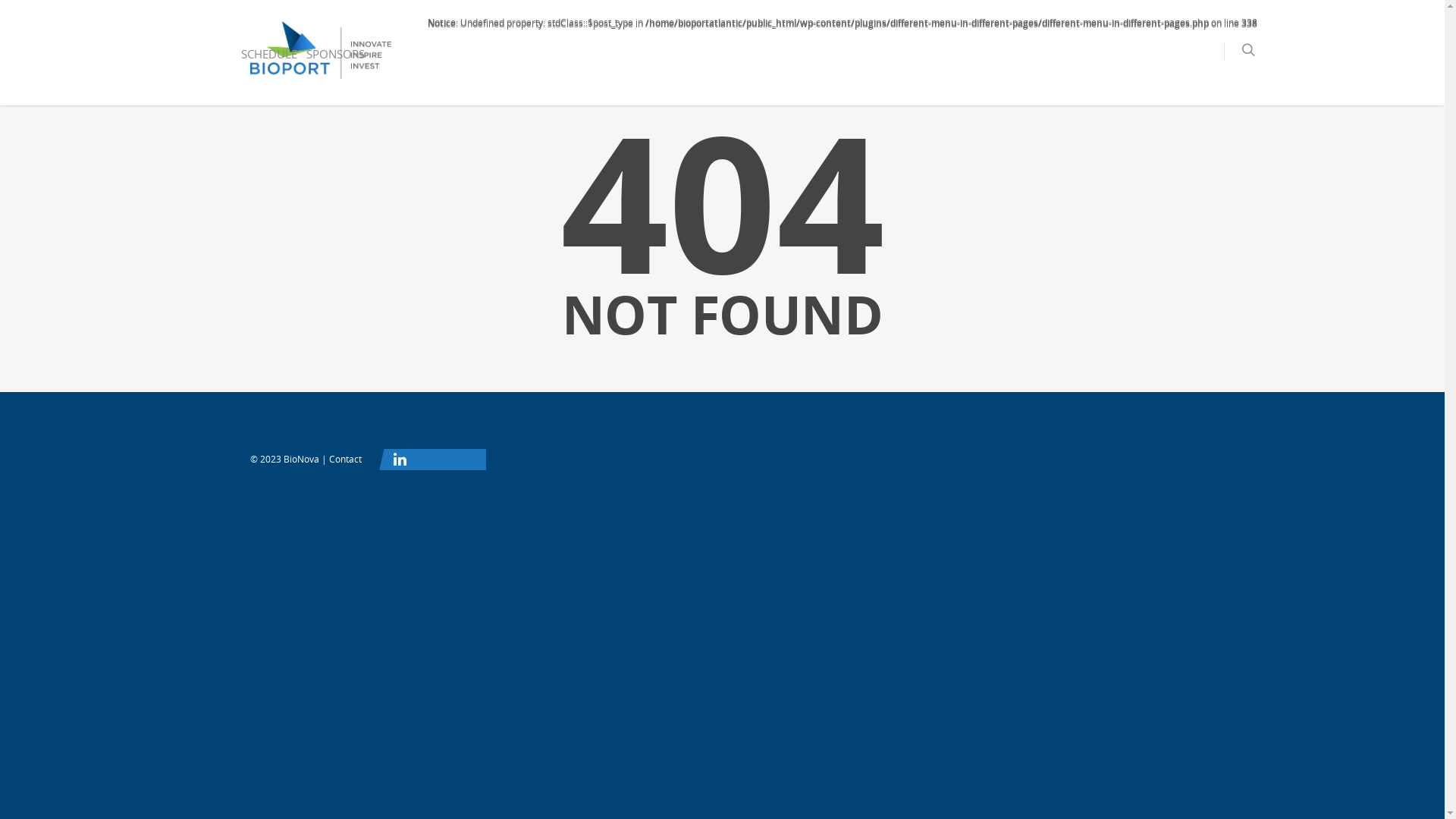  I want to click on 'SCHEDULE', so click(269, 64).